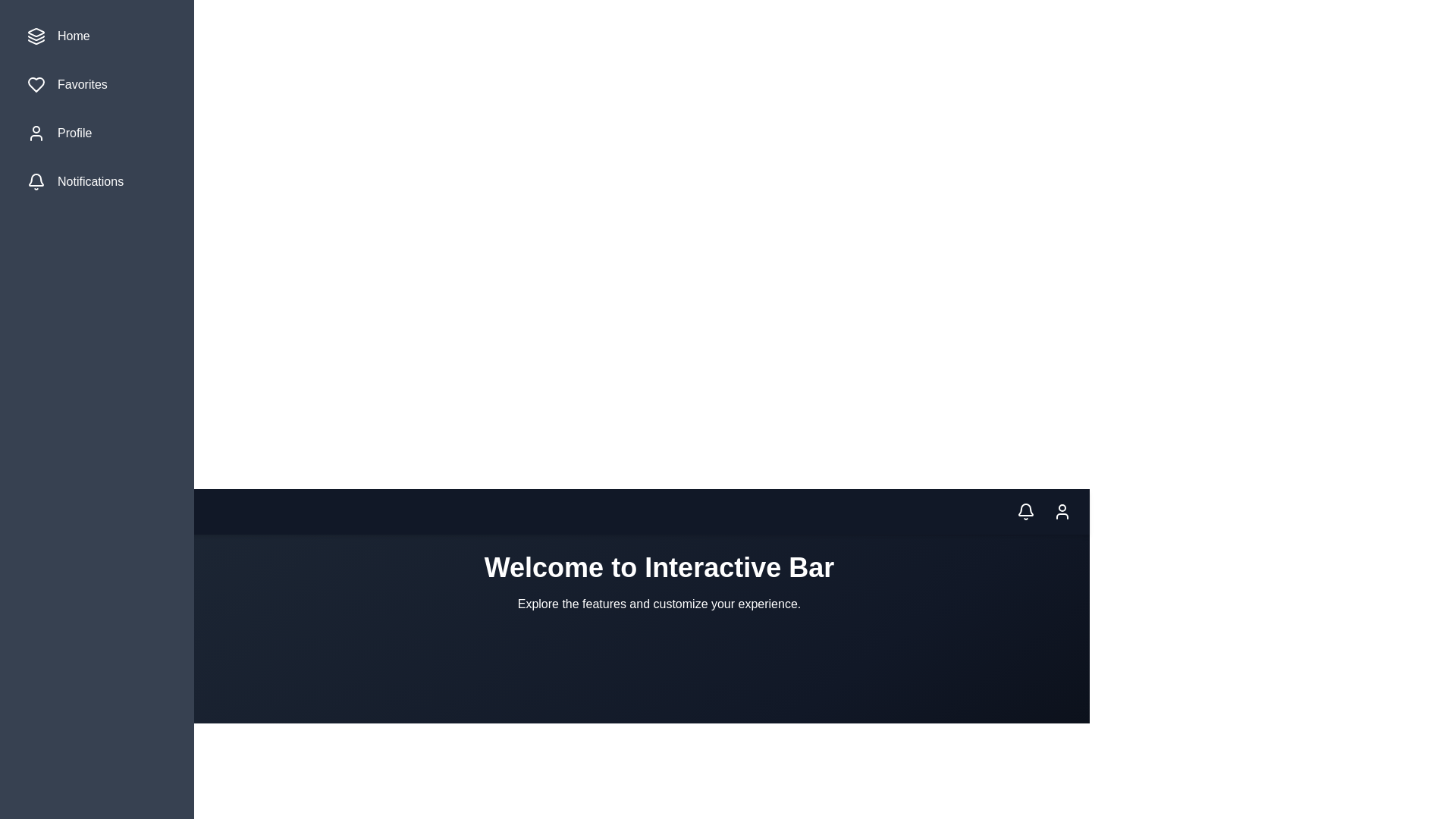  What do you see at coordinates (96, 133) in the screenshot?
I see `the menu item labeled Profile` at bounding box center [96, 133].